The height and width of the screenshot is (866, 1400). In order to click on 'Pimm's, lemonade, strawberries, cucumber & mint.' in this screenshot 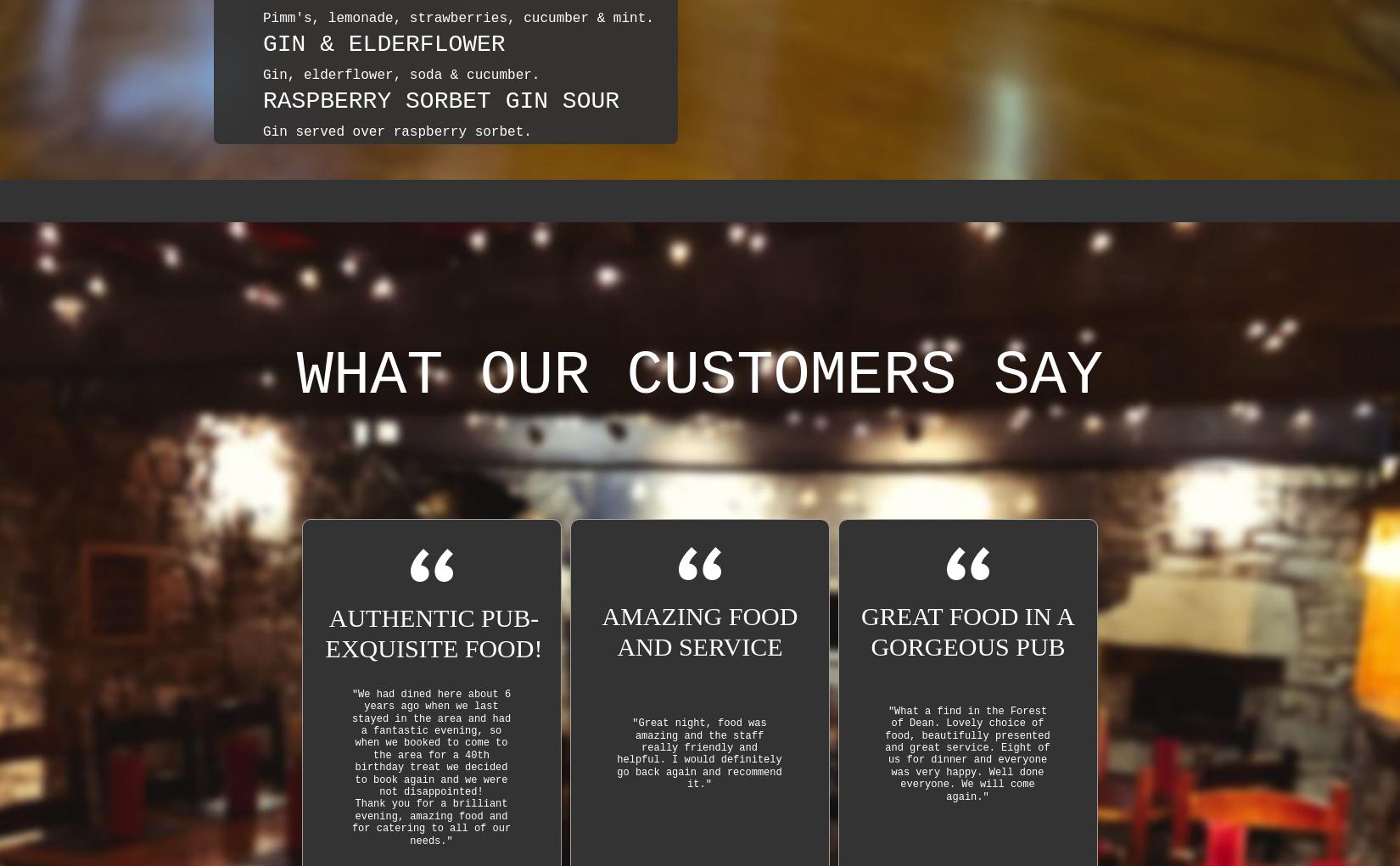, I will do `click(457, 17)`.